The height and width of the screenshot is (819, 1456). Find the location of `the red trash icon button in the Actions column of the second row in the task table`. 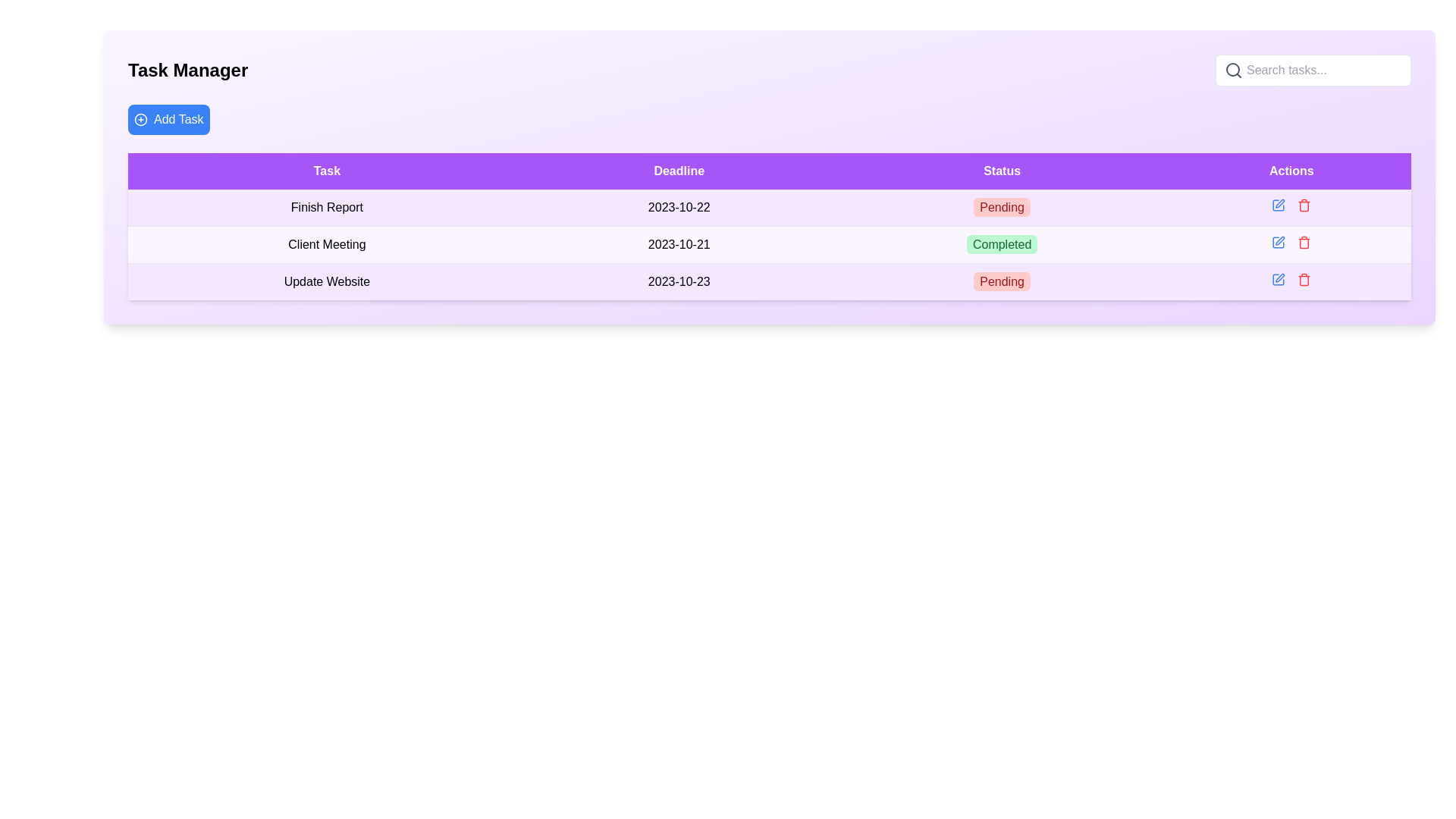

the red trash icon button in the Actions column of the second row in the task table is located at coordinates (1304, 242).